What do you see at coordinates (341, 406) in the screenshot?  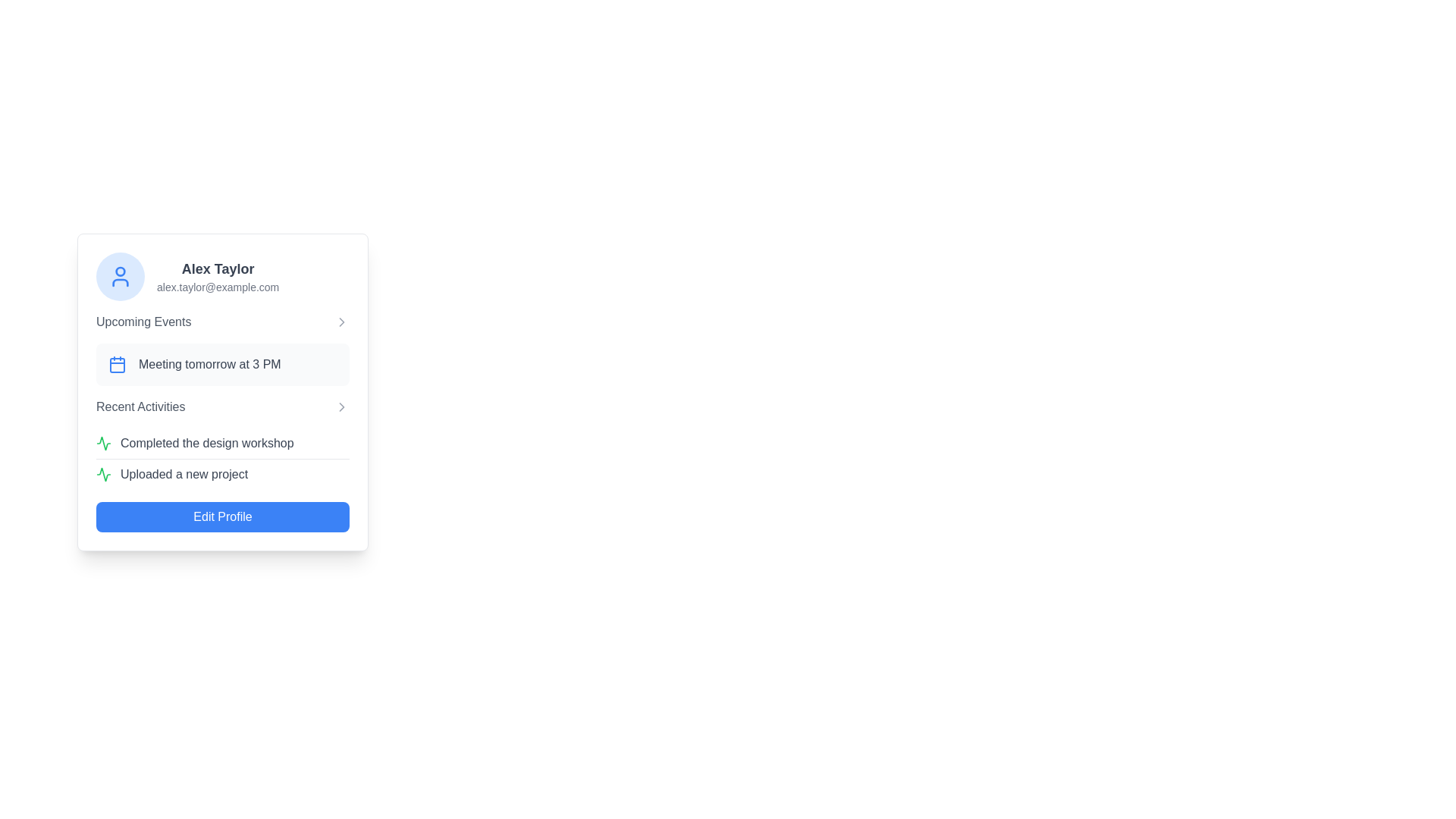 I see `the right-pointing arrow icon located next to the 'Recent Activities' label` at bounding box center [341, 406].